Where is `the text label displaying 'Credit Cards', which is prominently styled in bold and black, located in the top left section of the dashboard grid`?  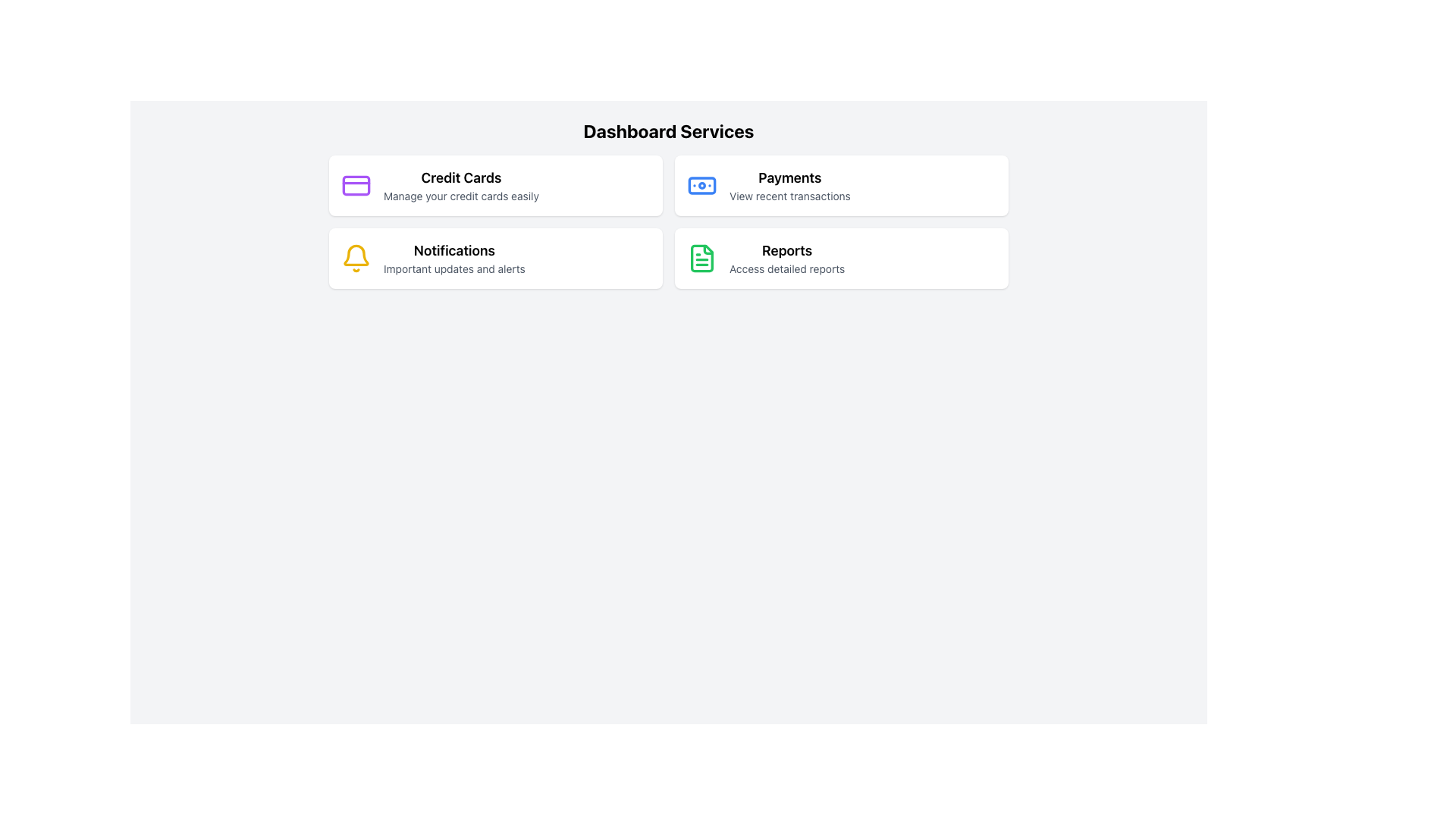 the text label displaying 'Credit Cards', which is prominently styled in bold and black, located in the top left section of the dashboard grid is located at coordinates (460, 177).